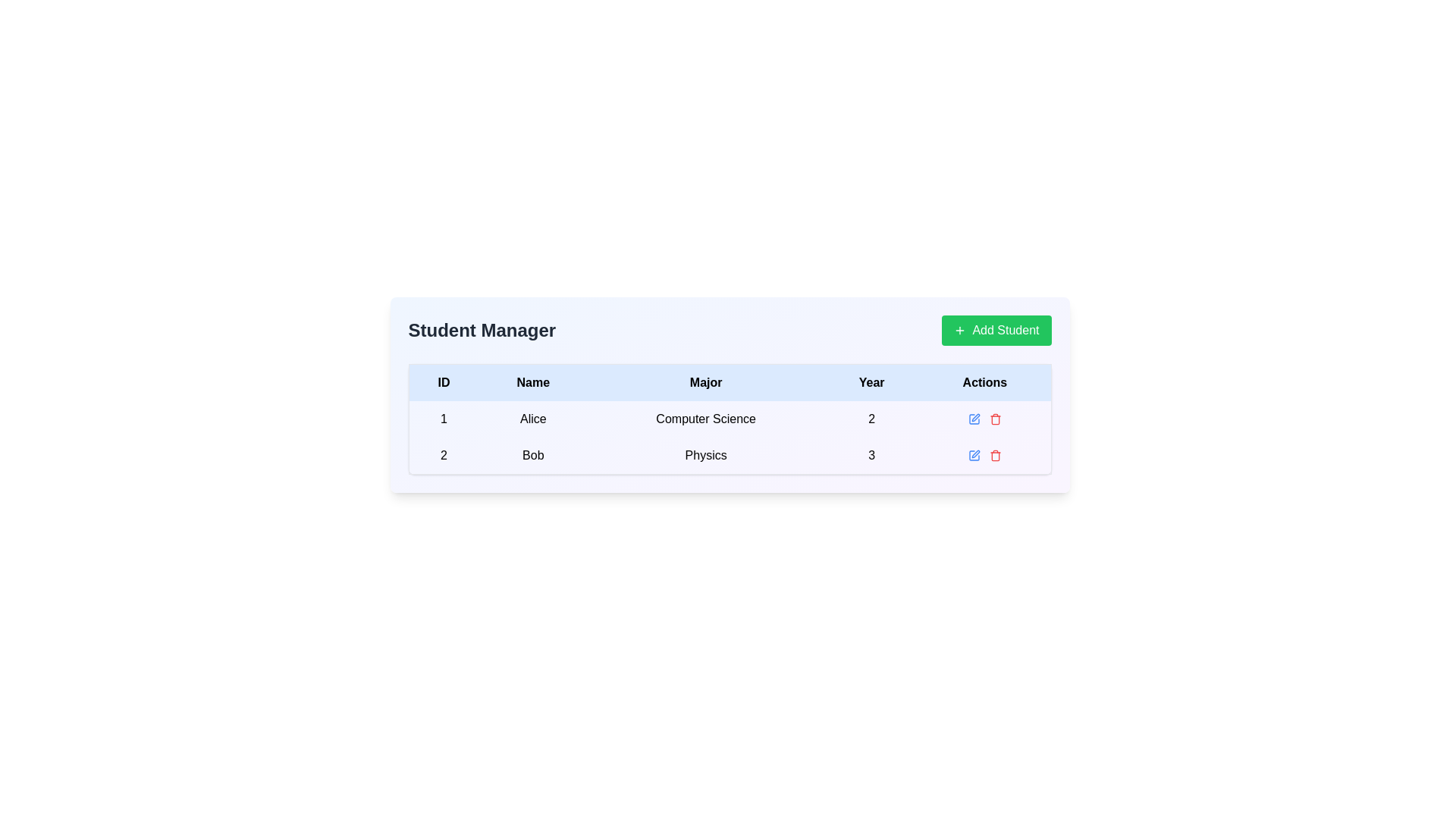 The width and height of the screenshot is (1456, 819). What do you see at coordinates (974, 455) in the screenshot?
I see `the edit button, which is an icon of a pen inside a square with a blue outline, located in the 'Actions' column of the second row of the table, to initiate editing` at bounding box center [974, 455].